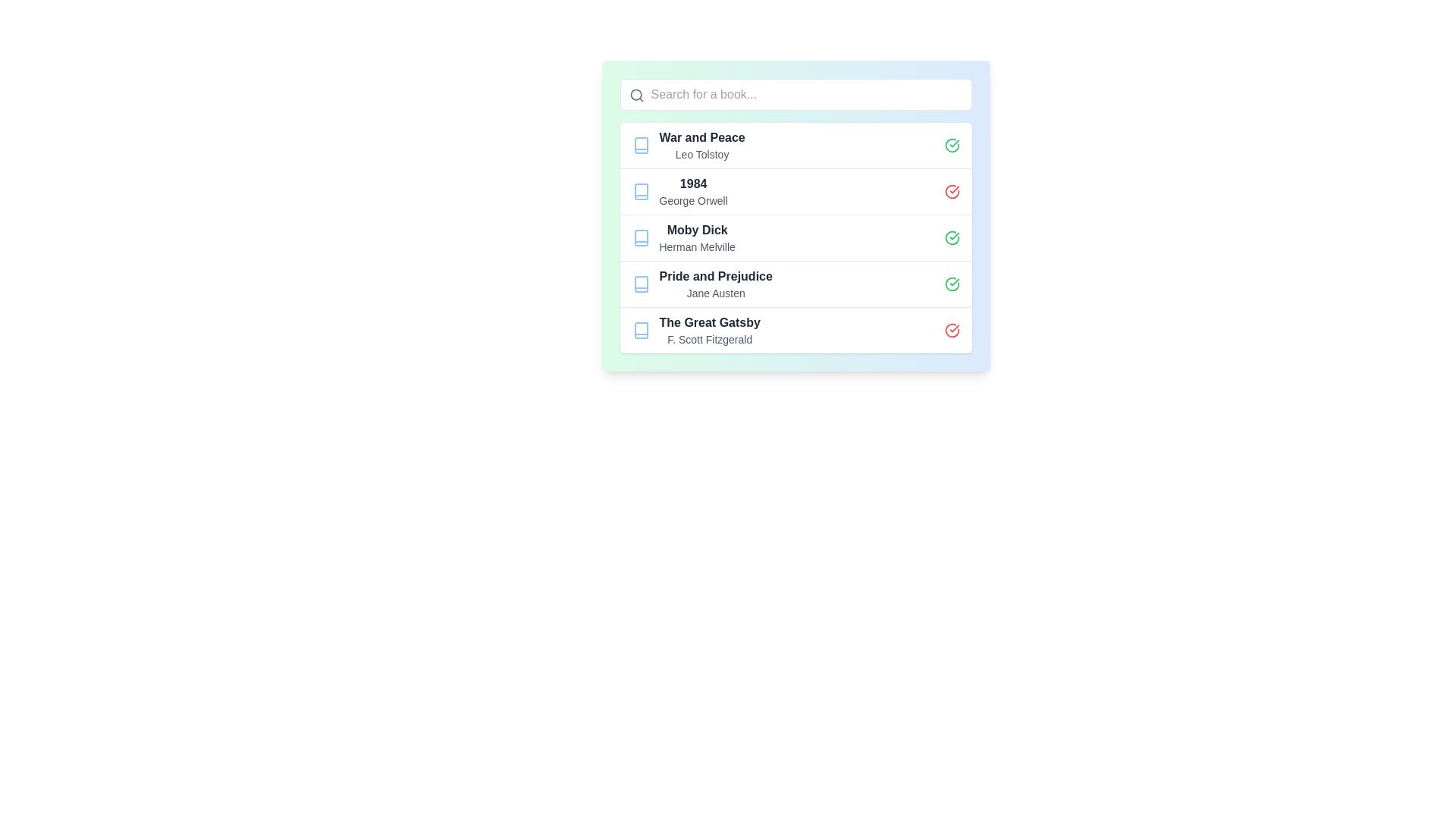  Describe the element at coordinates (715, 293) in the screenshot. I see `the text element displaying the author's name 'Jane Austen', which is located directly below the title 'Pride and Prejudice'` at that location.